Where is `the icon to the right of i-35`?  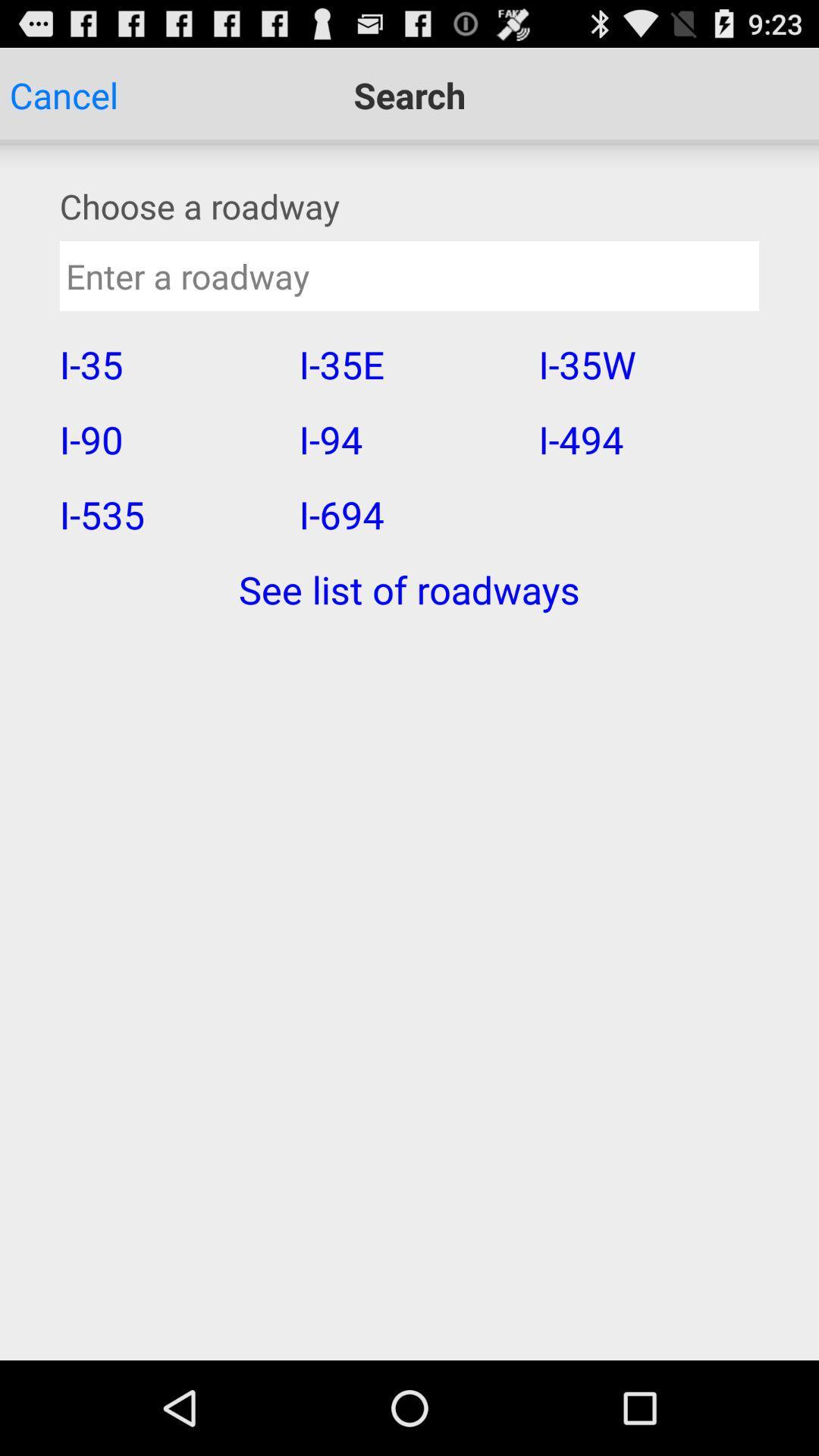 the icon to the right of i-35 is located at coordinates (408, 438).